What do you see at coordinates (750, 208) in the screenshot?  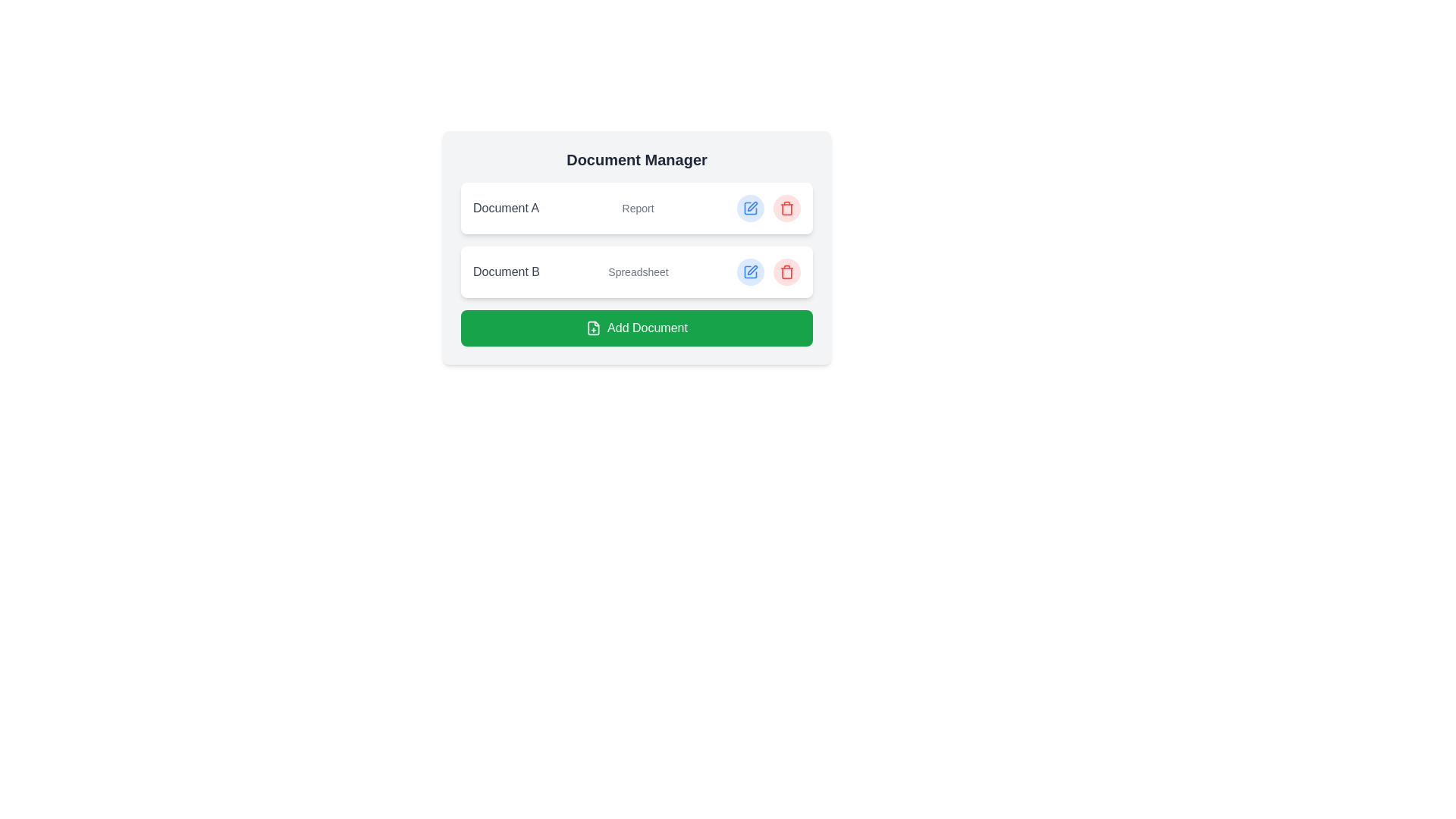 I see `the thin rectangular outline of the pen icon, which is part of the edit button for 'Document B'` at bounding box center [750, 208].